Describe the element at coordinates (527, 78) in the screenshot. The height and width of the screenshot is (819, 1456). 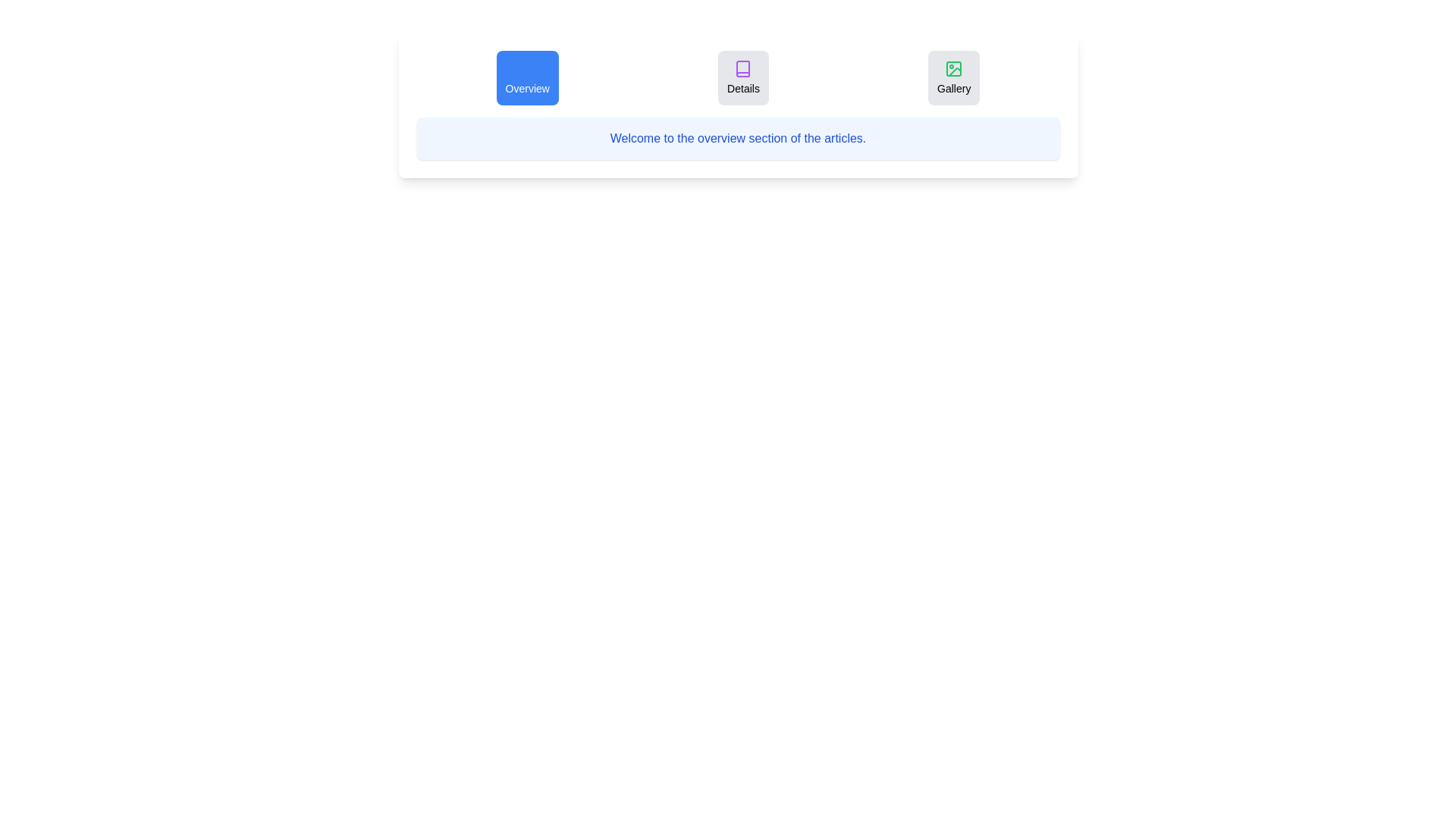
I see `the tab labeled Overview` at that location.